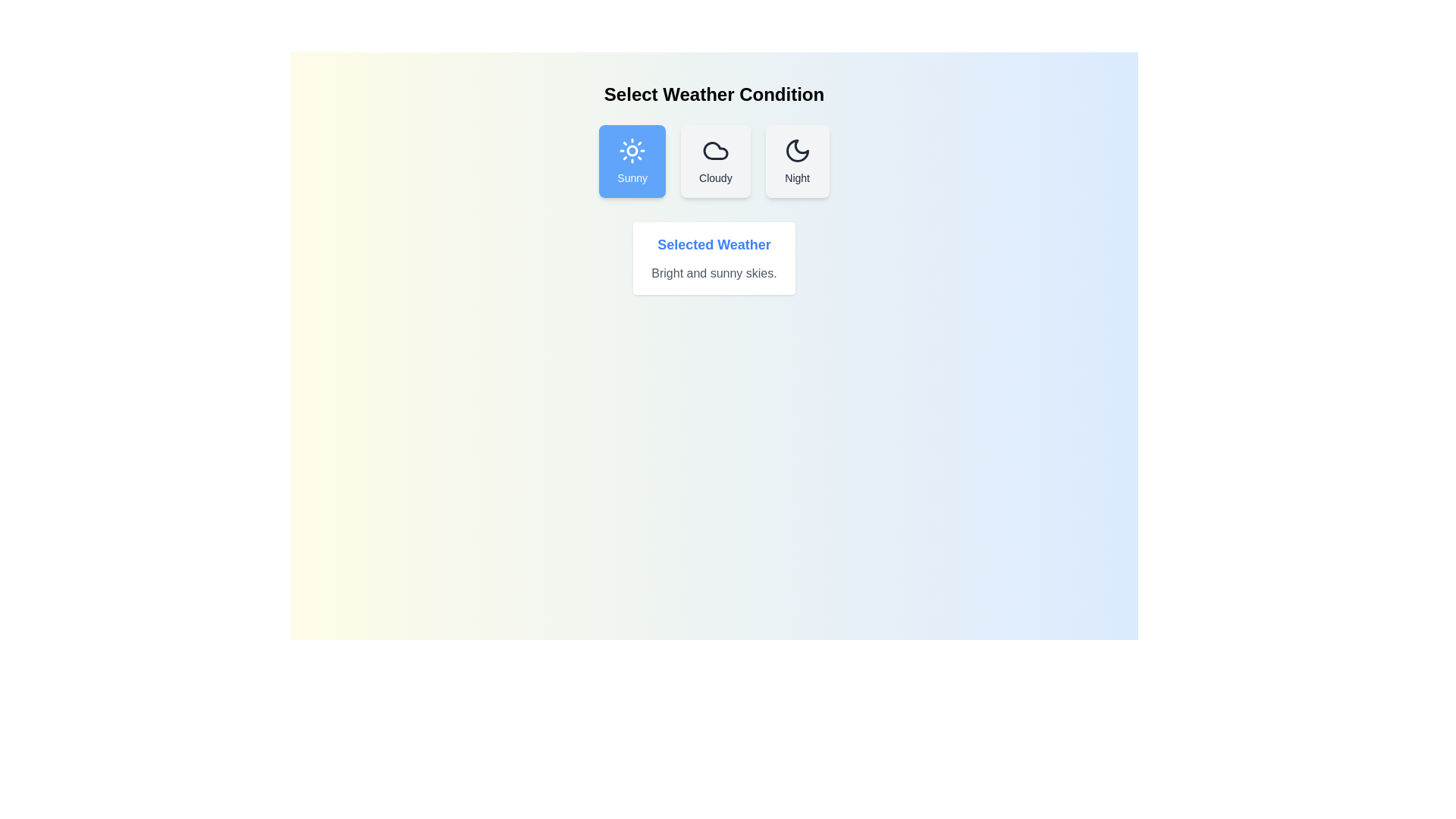 The height and width of the screenshot is (819, 1456). I want to click on the weather condition button corresponding to Cloudy, so click(714, 161).